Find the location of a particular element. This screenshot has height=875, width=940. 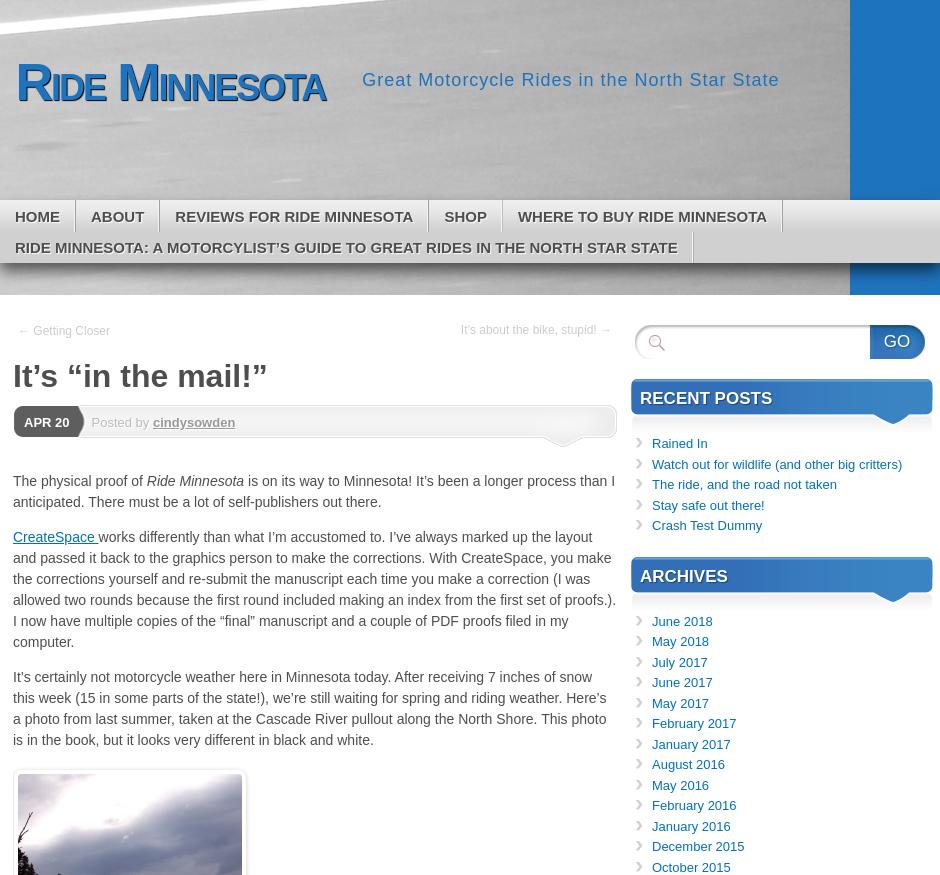

'It’s certainly not motorcycle weather here in Minnesota today. After receiving 7 inches of snow this week (15 in some parts of the state!), we’re still waiting for spring and riding weather. Here’s a photo from last summer, taken at the Cascade River pullout along the North Shore. This photo is in the book, but it looks very different in black and white.' is located at coordinates (308, 707).